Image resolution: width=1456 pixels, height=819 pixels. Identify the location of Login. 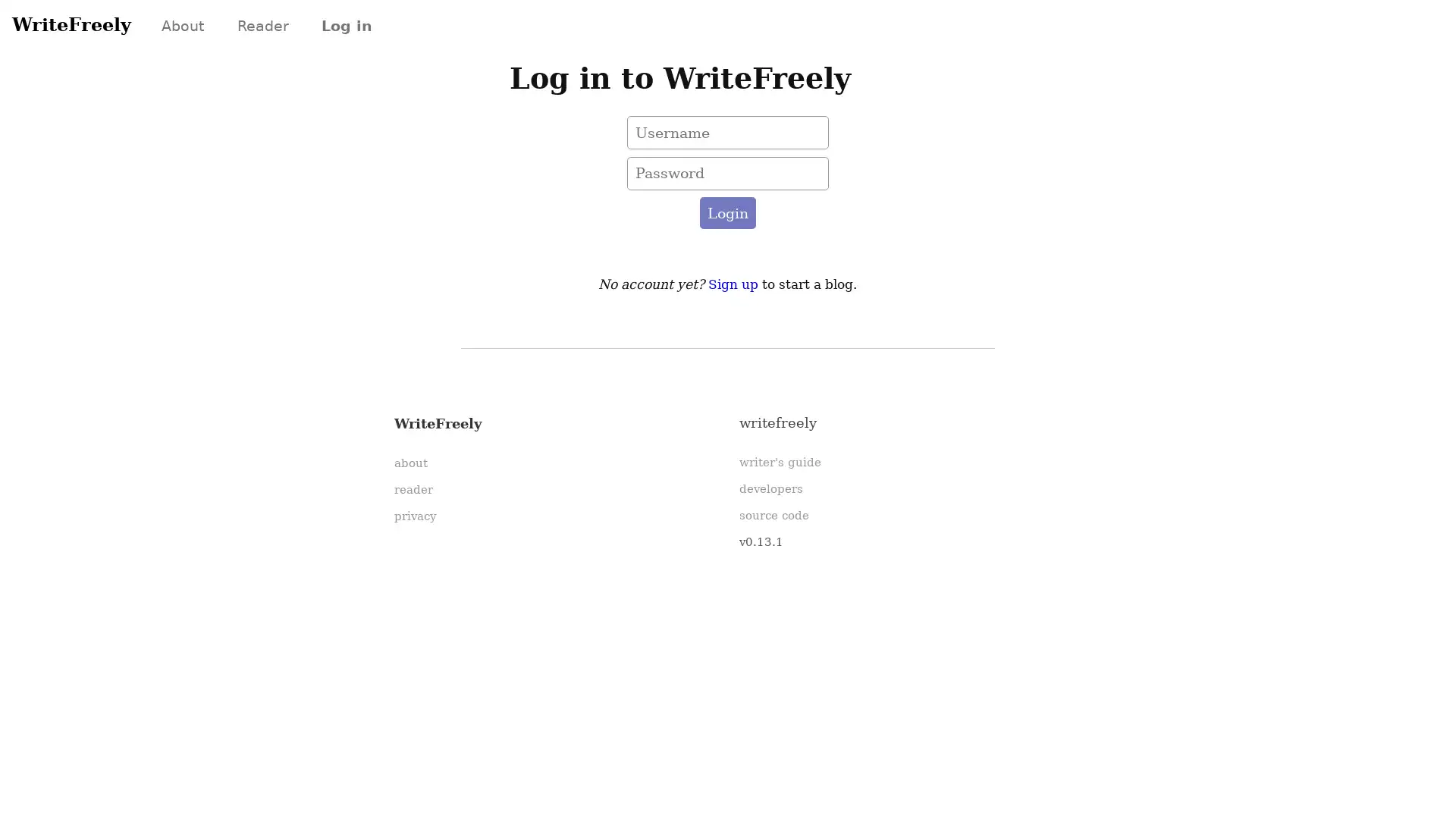
(726, 213).